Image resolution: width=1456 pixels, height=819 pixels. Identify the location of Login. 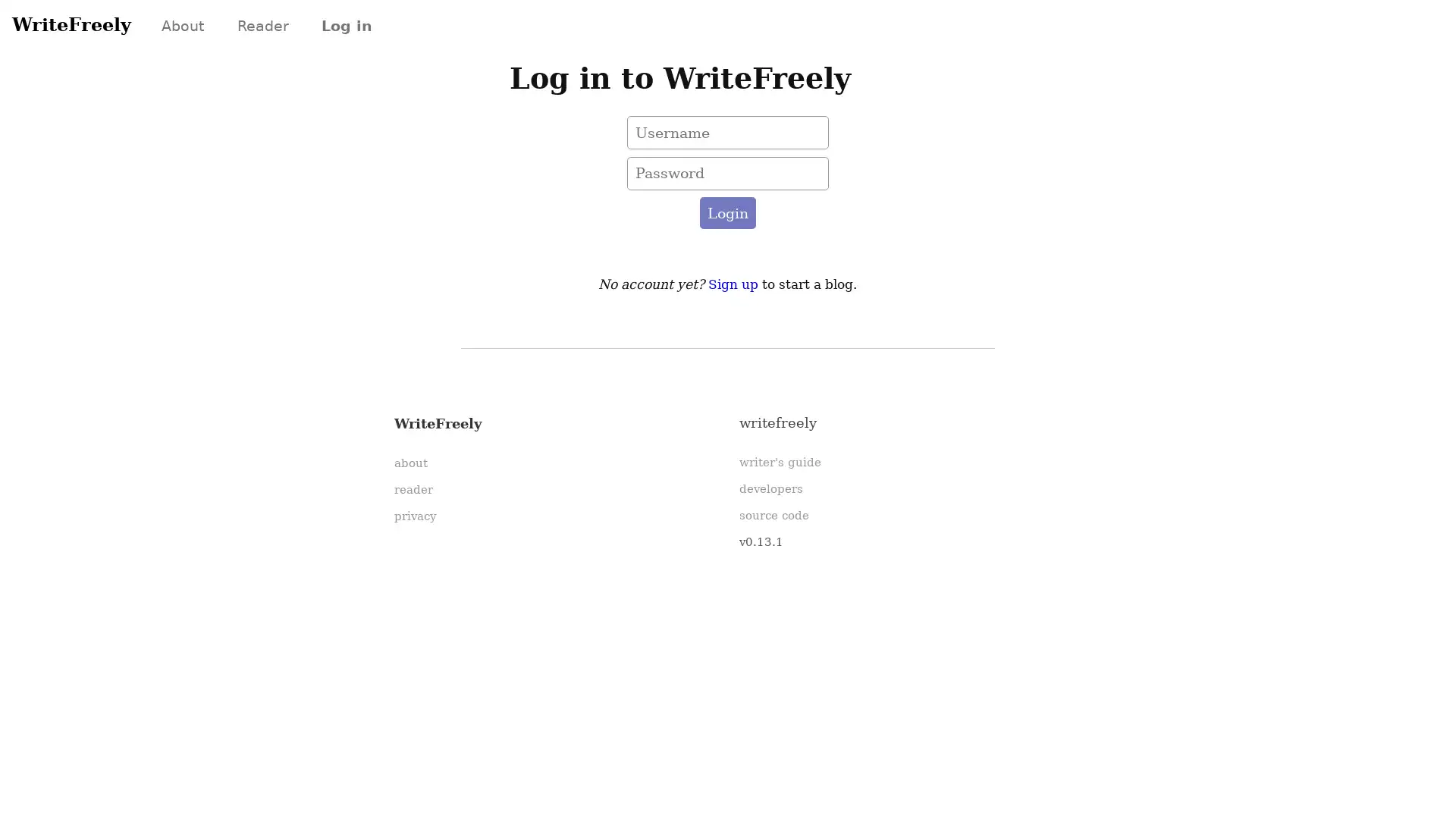
(726, 213).